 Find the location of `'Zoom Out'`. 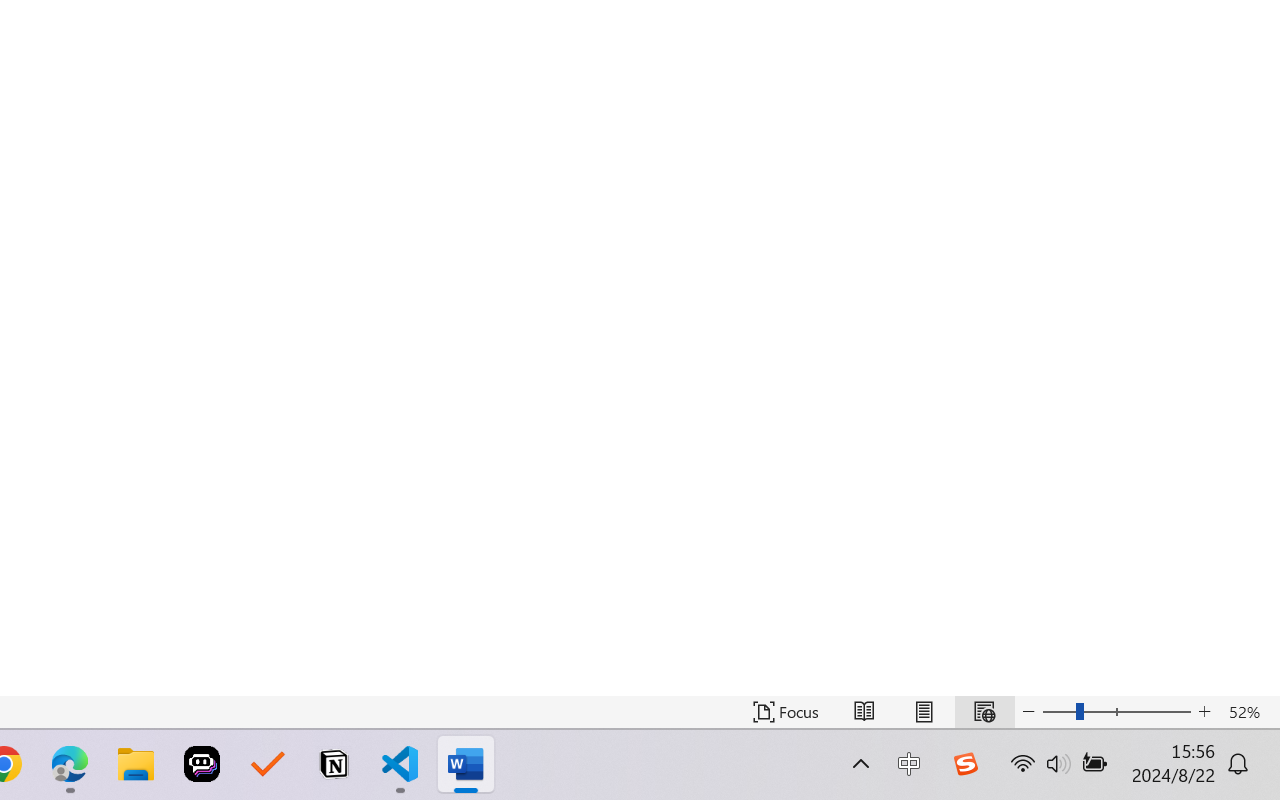

'Zoom Out' is located at coordinates (1058, 711).